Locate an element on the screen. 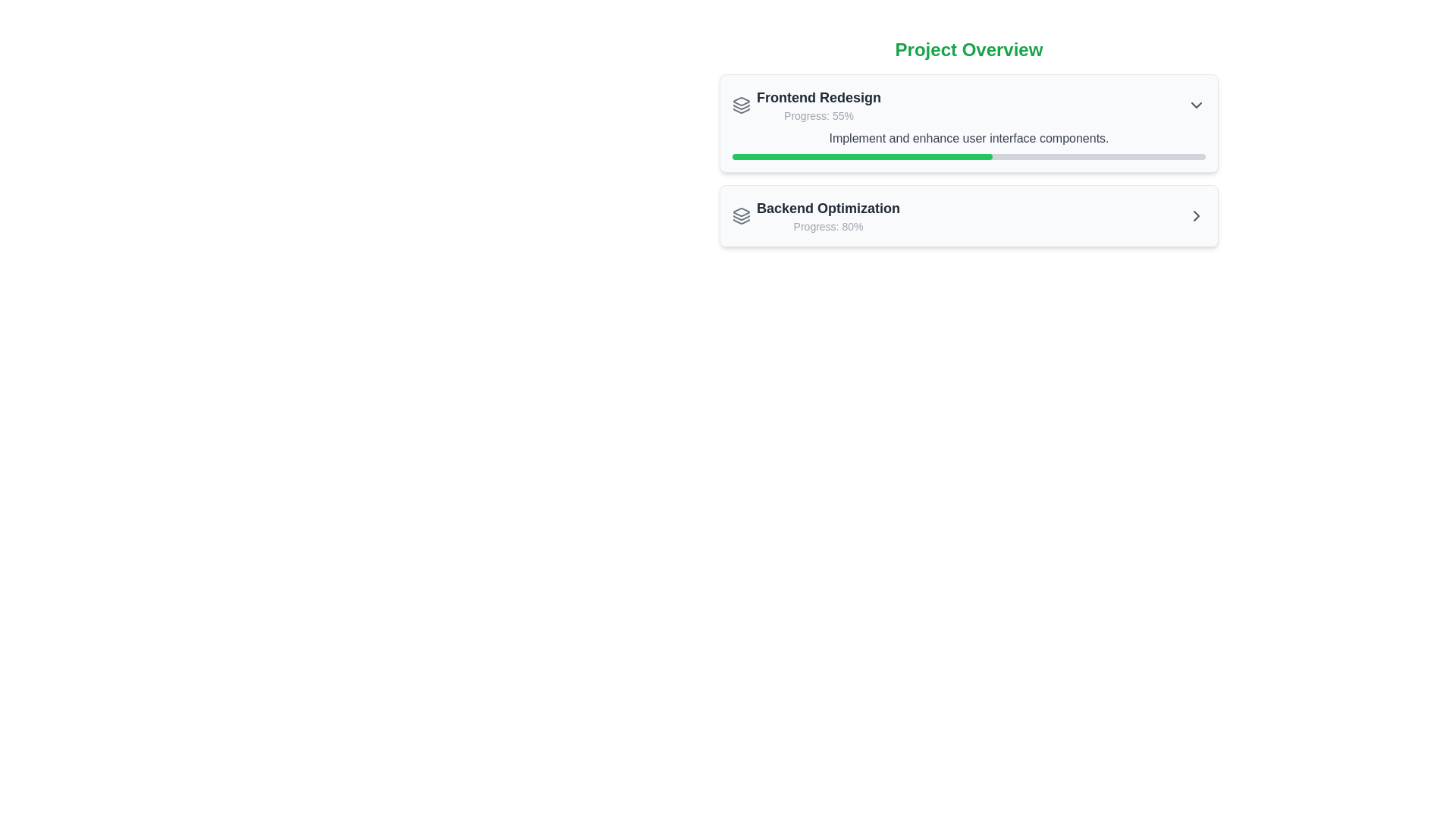 This screenshot has width=1456, height=819. the right-pointing arrow icon located on the card labeled 'Backend Optimization' in the second row of project progress cards is located at coordinates (1196, 216).